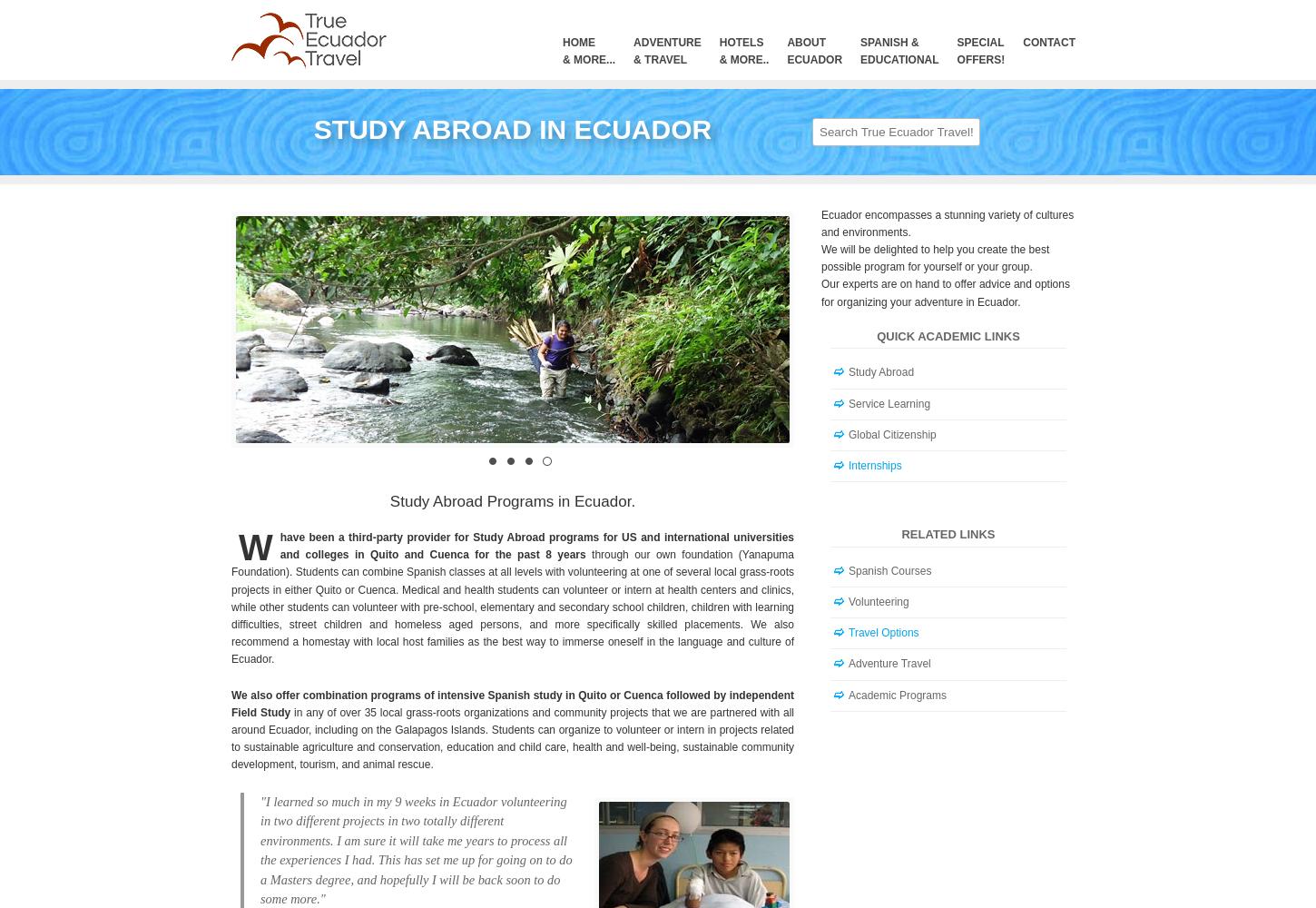 The width and height of the screenshot is (1316, 908). What do you see at coordinates (935, 258) in the screenshot?
I see `'We will be delighted to help you create the best possible program for yourself or your group.'` at bounding box center [935, 258].